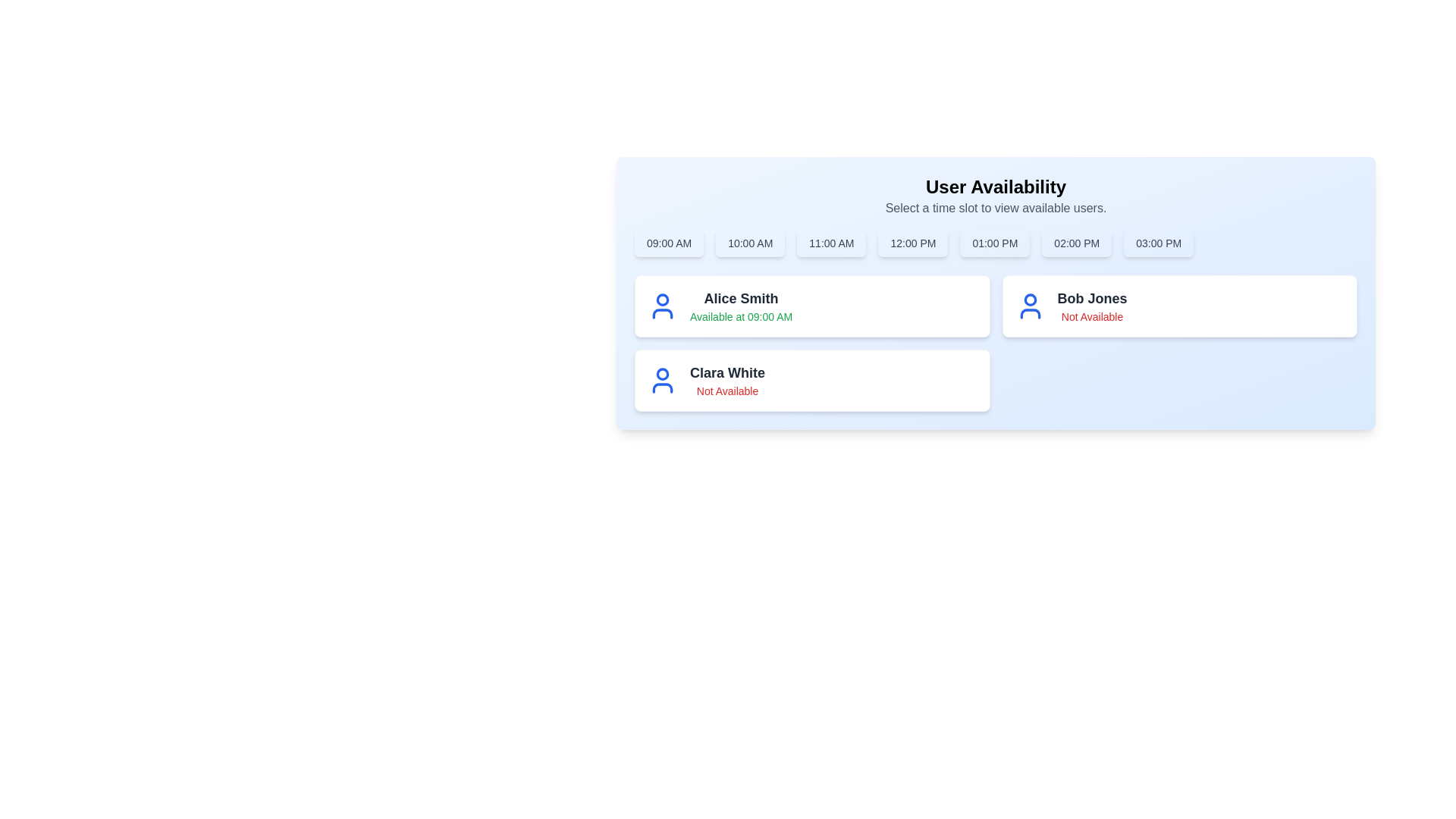  What do you see at coordinates (750, 242) in the screenshot?
I see `the '10:00 AM' time slot button located beneath the title 'User Availability'` at bounding box center [750, 242].